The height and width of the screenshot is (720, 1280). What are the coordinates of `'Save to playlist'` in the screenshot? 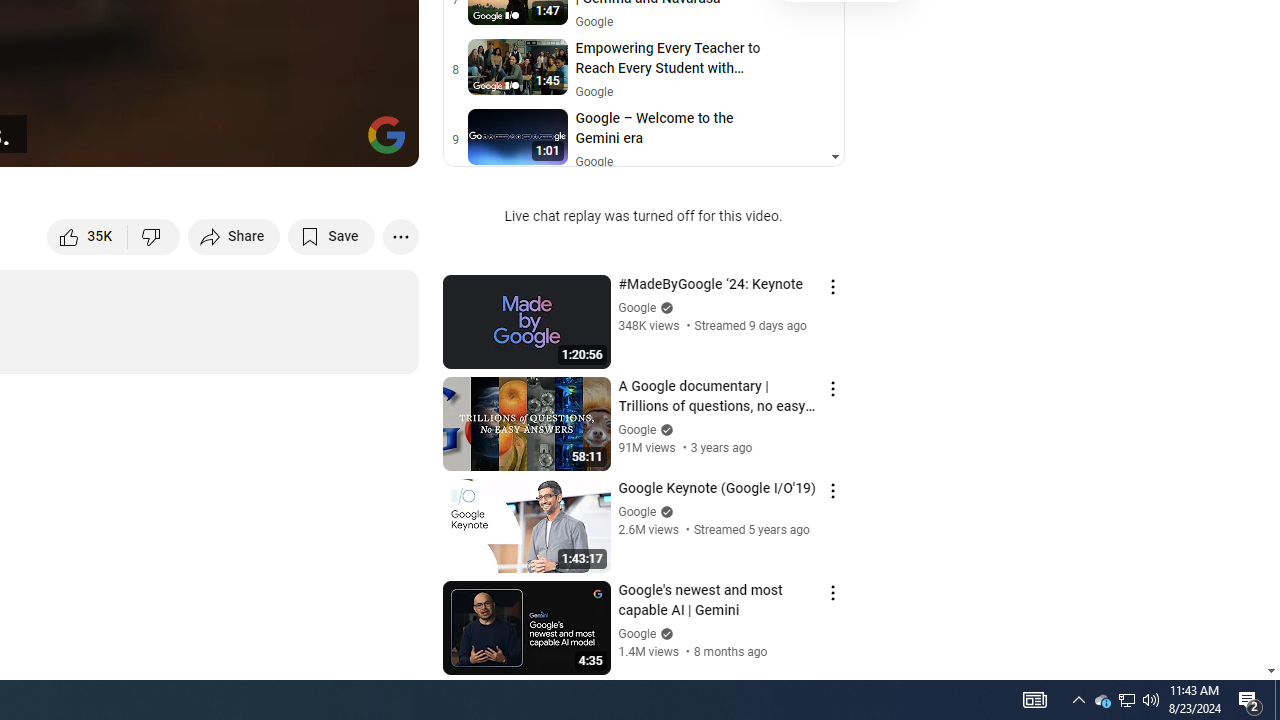 It's located at (331, 235).